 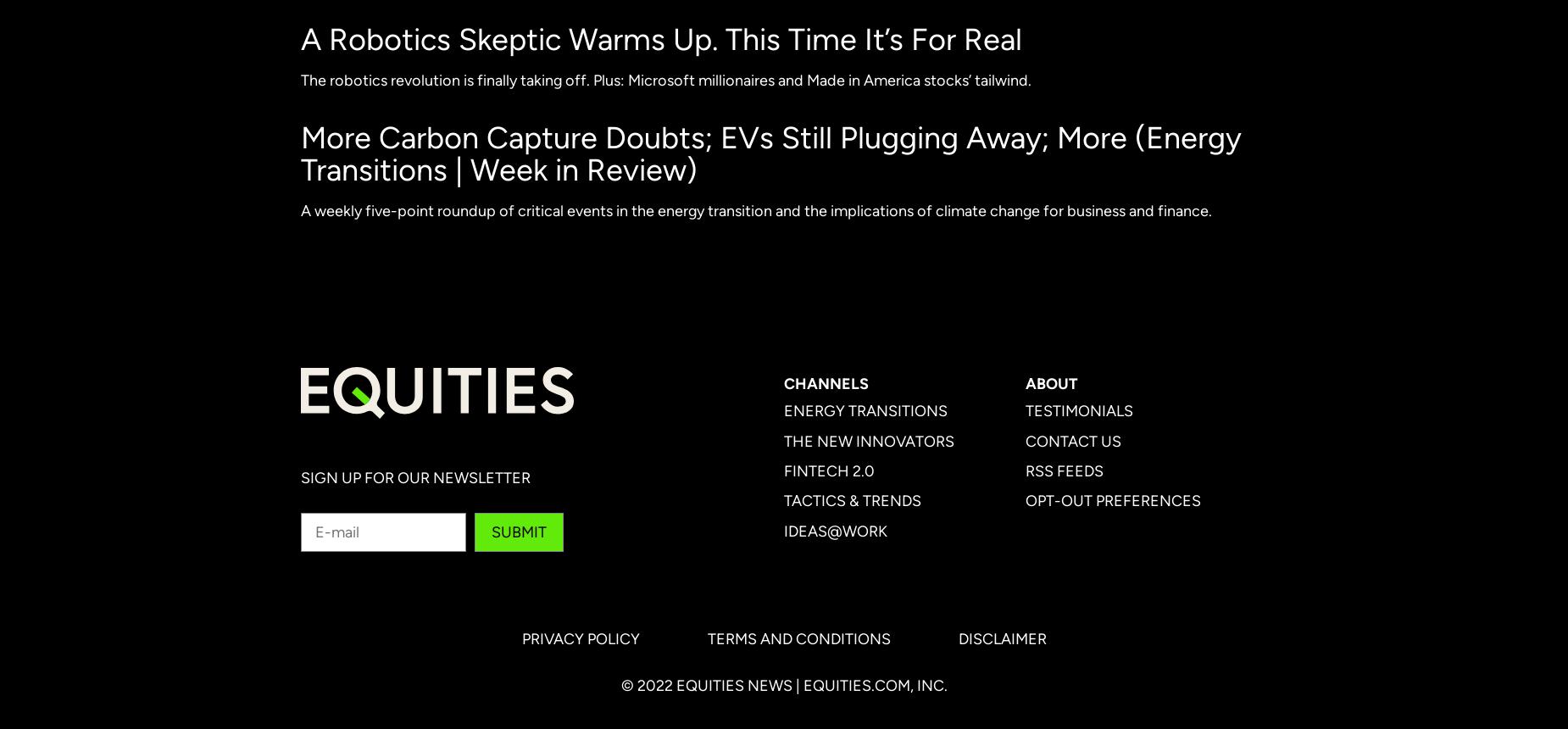 I want to click on 'RSS Feeds', so click(x=1063, y=470).